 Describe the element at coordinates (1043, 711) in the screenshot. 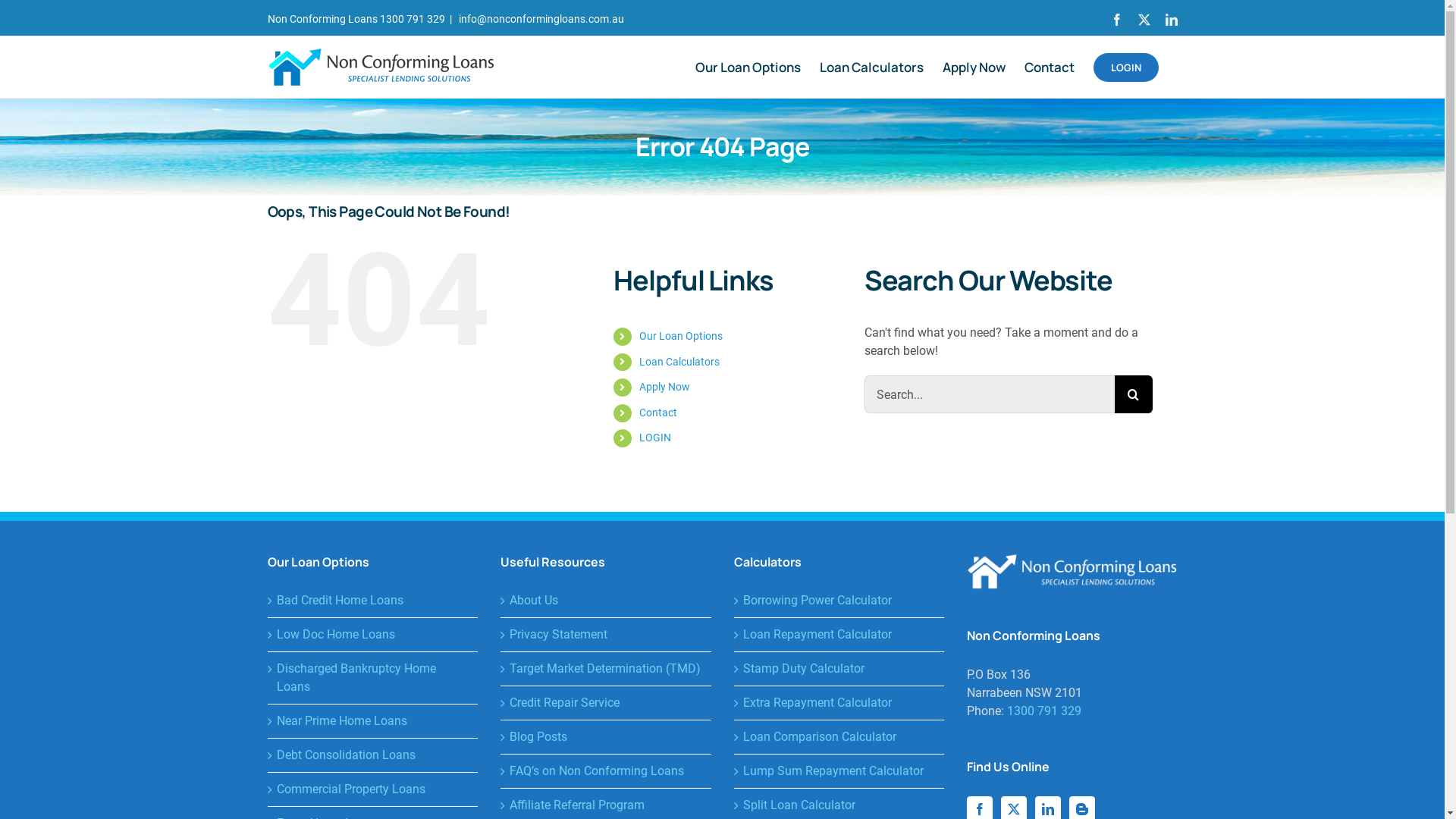

I see `'1300 791 329'` at that location.